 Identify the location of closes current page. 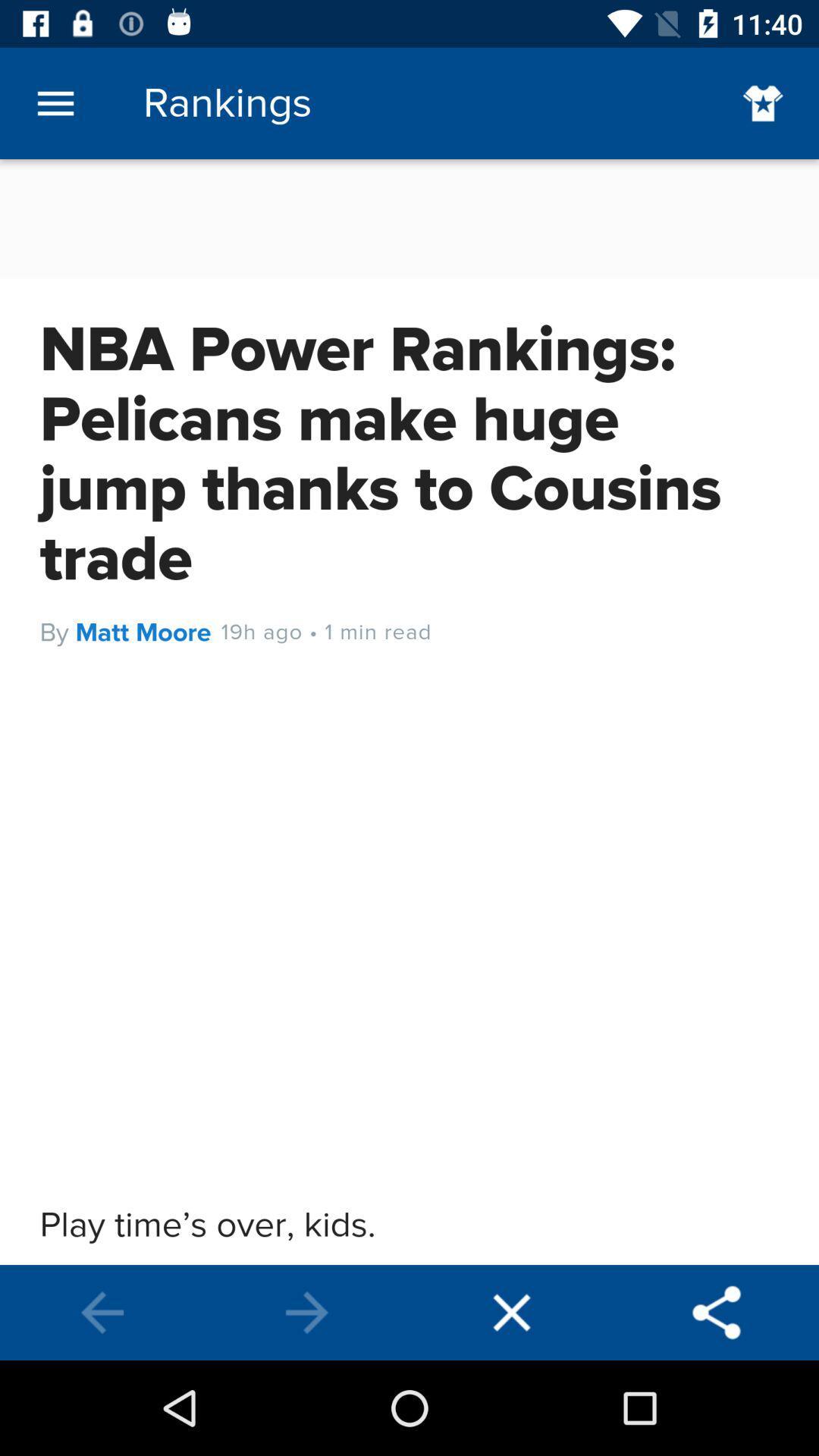
(512, 1312).